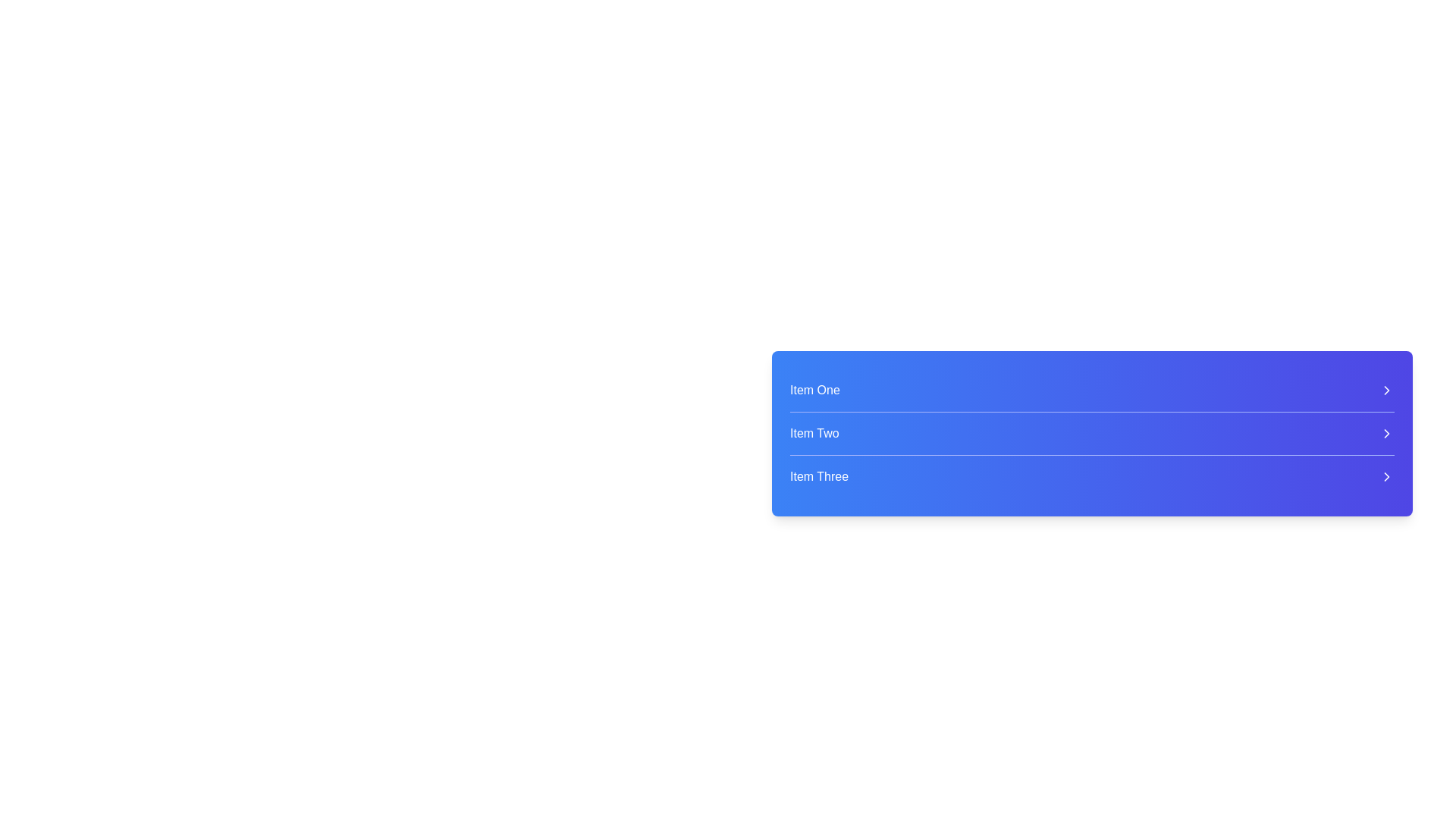 The height and width of the screenshot is (819, 1456). I want to click on the second list item labeled 'Item Two', which is styled in white font against a gradient blue background, so click(1092, 433).